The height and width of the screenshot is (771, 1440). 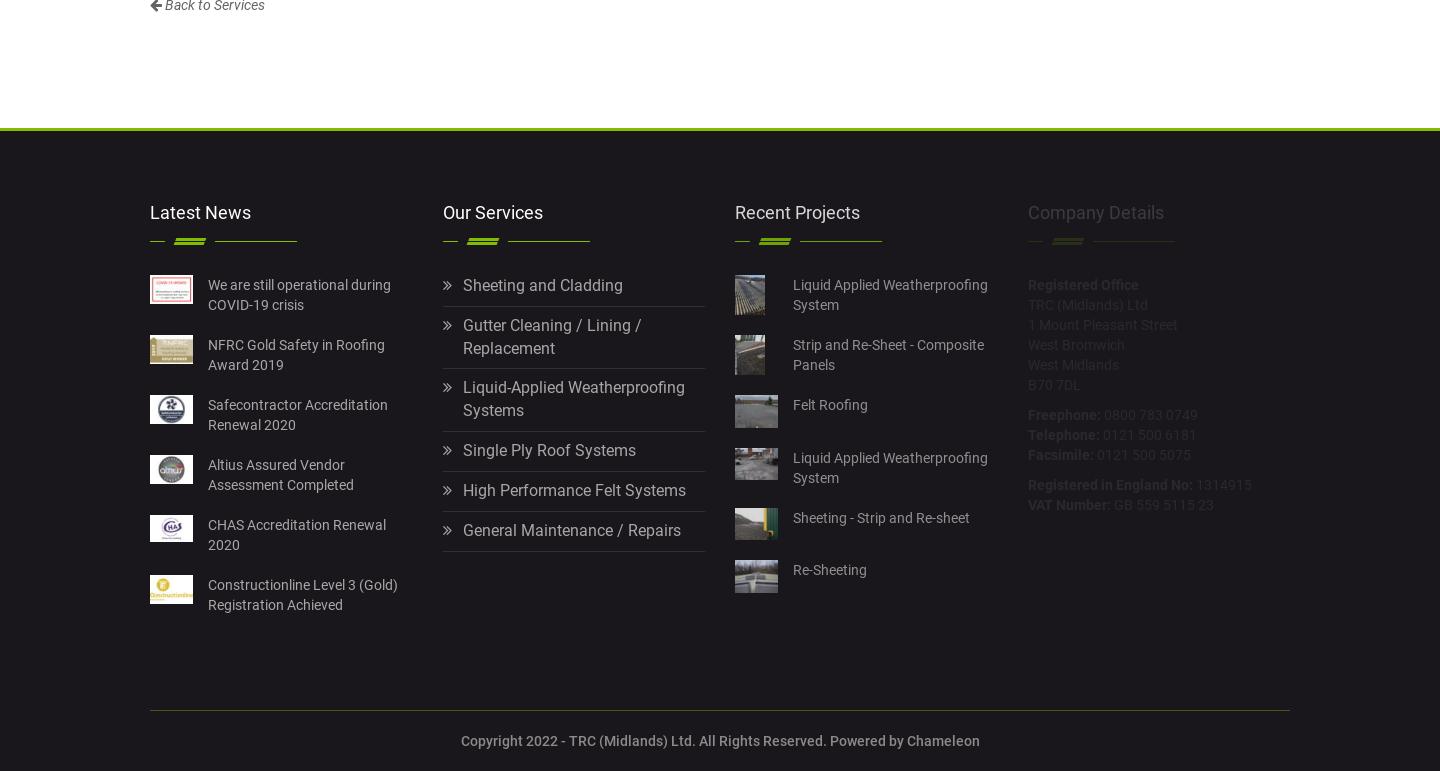 What do you see at coordinates (1075, 343) in the screenshot?
I see `'West Bromwich'` at bounding box center [1075, 343].